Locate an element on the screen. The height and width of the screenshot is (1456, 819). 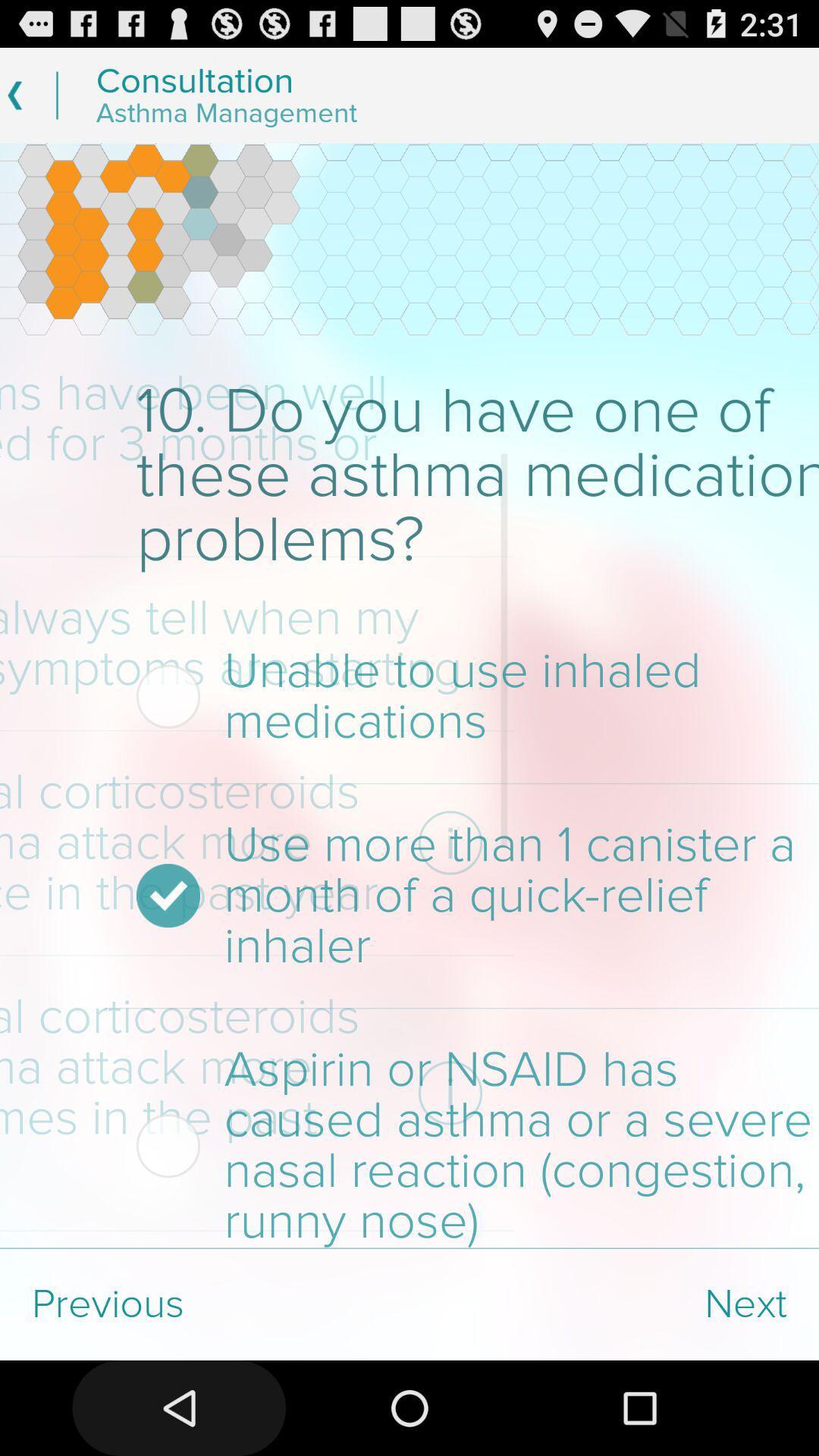
the next at the bottom right corner is located at coordinates (614, 1304).